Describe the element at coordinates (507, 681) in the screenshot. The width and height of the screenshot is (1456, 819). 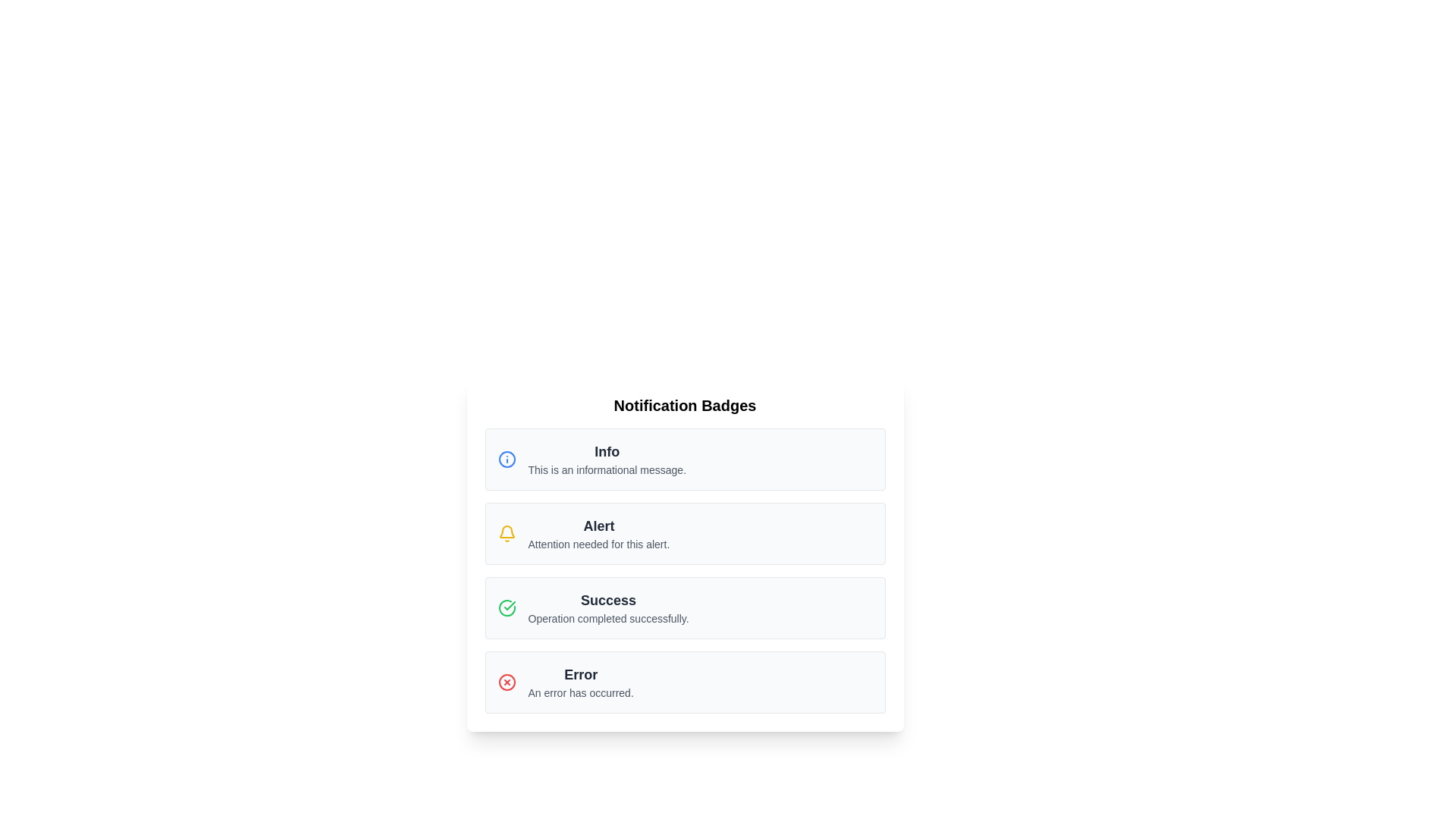
I see `the red circular error icon with an 'X' inside, located within the error notification card to the left of the text 'Error' and 'An error has occurred.'` at that location.